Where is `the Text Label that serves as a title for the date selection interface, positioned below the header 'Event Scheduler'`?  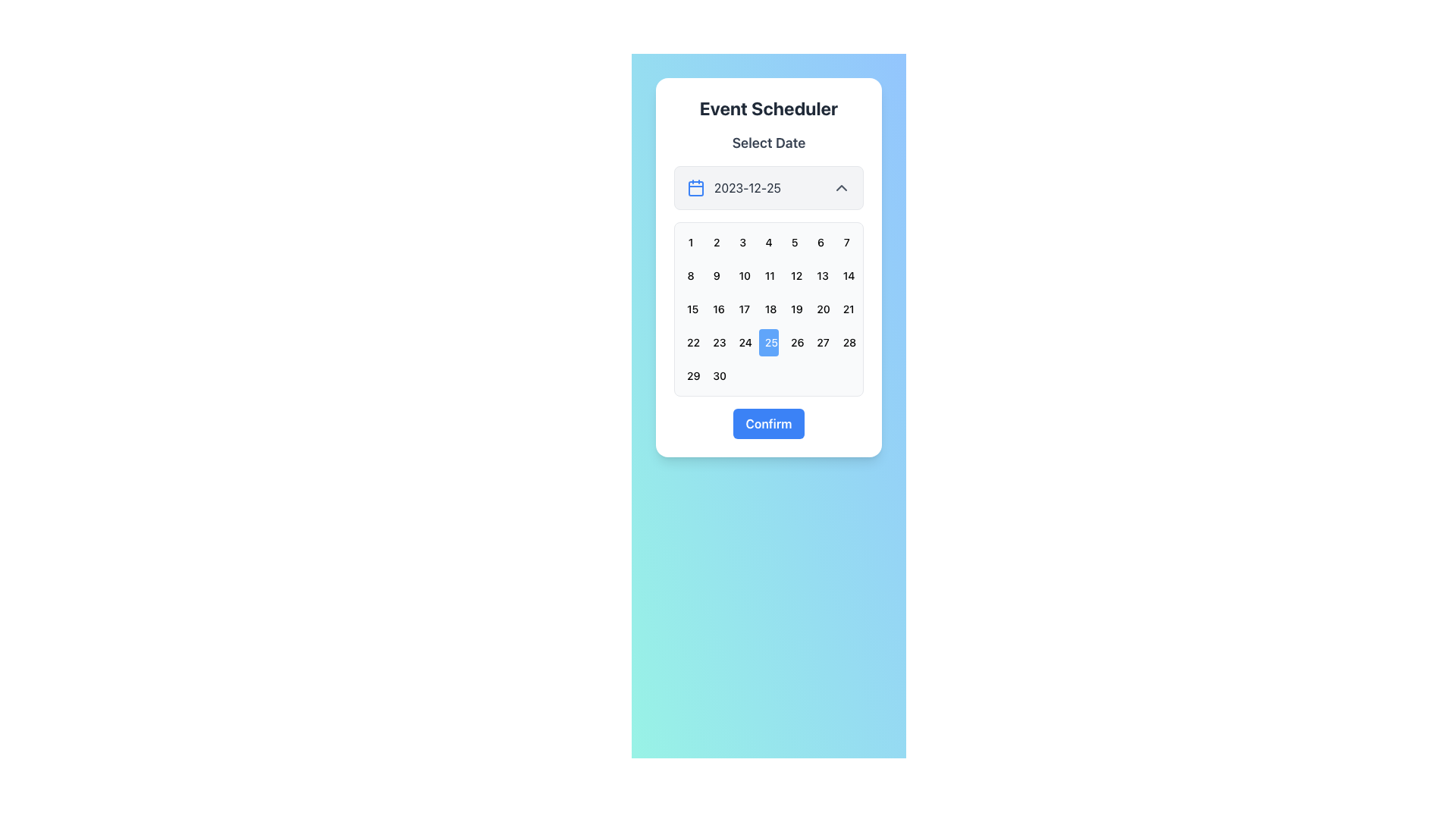
the Text Label that serves as a title for the date selection interface, positioned below the header 'Event Scheduler' is located at coordinates (768, 143).